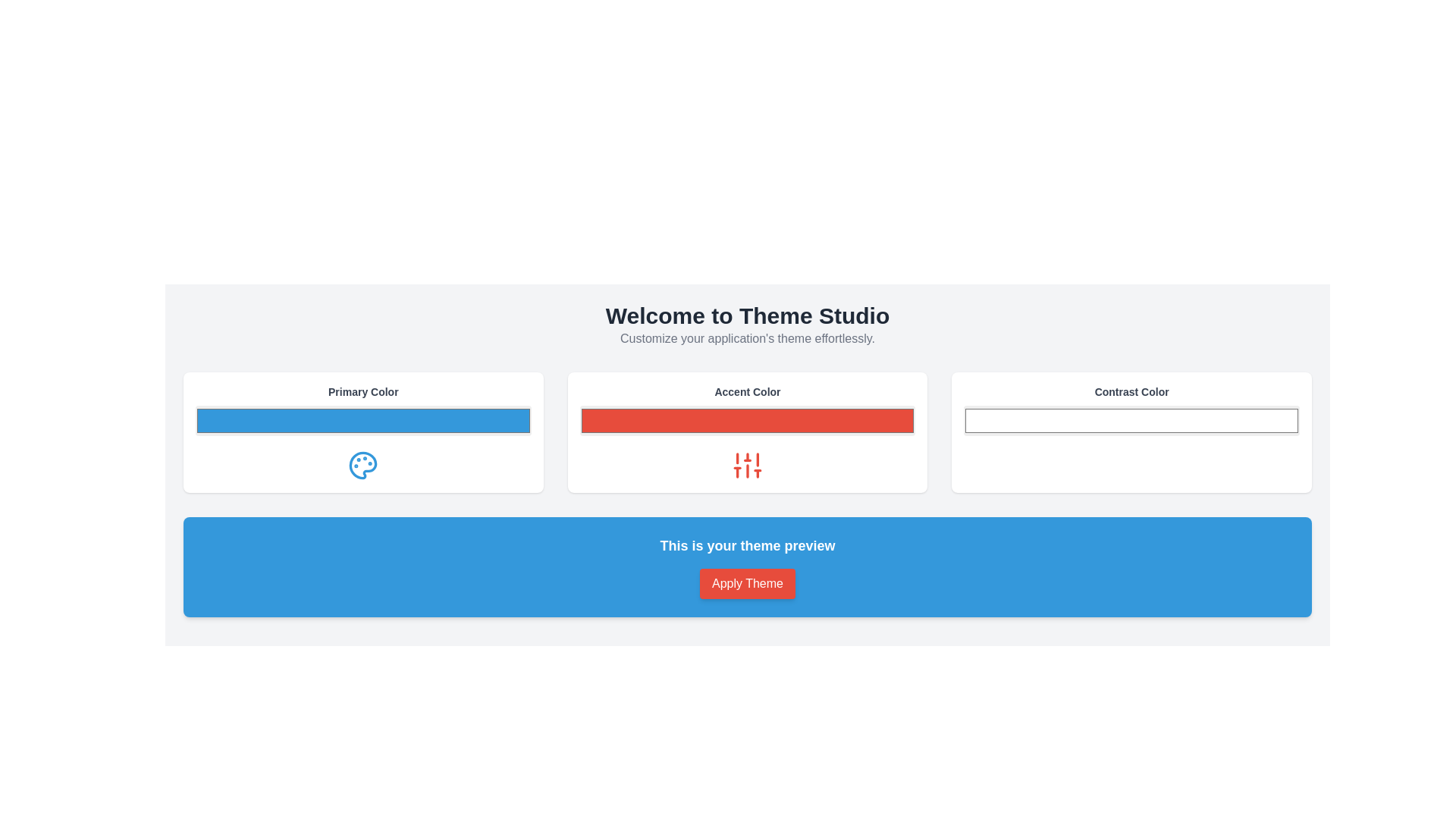 The width and height of the screenshot is (1456, 819). Describe the element at coordinates (747, 464) in the screenshot. I see `the customization icon located below the red color input bar labeled 'Accent Color'` at that location.